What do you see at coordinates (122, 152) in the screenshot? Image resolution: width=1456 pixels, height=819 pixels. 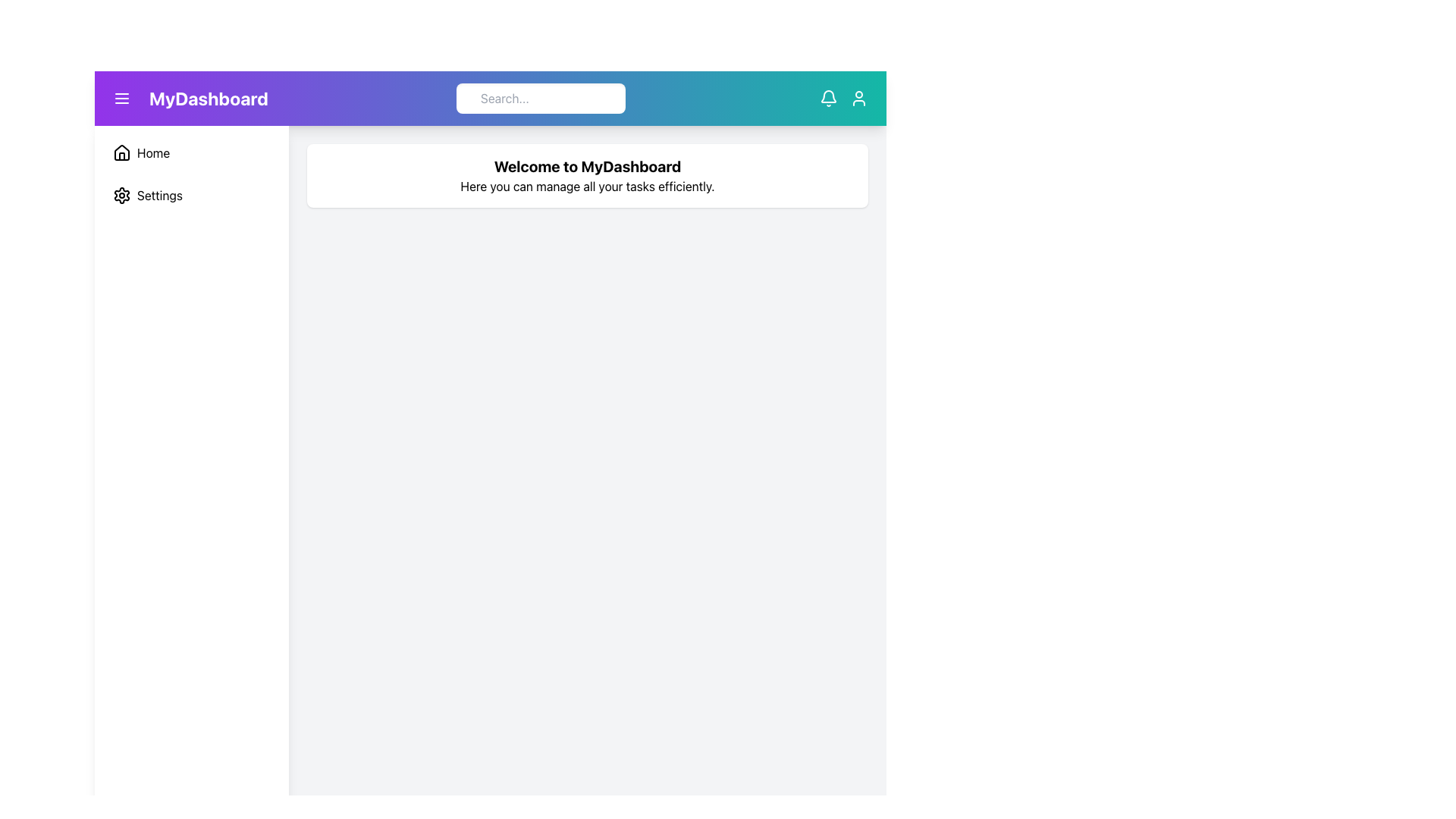 I see `the house-shaped icon located in the navigation panel next to the 'Home' text` at bounding box center [122, 152].